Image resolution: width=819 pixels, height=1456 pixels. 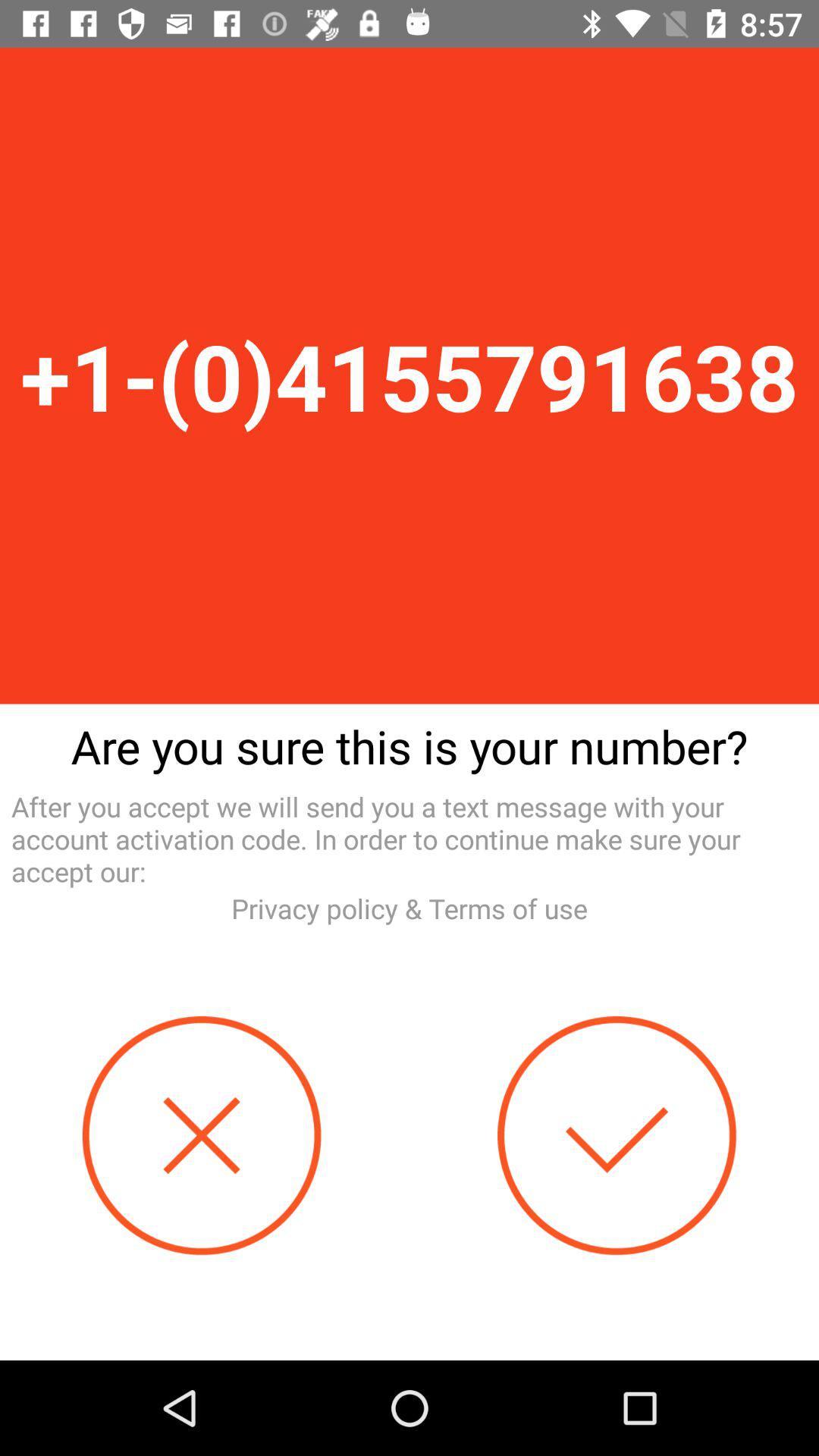 I want to click on confirm phone number, so click(x=617, y=1135).